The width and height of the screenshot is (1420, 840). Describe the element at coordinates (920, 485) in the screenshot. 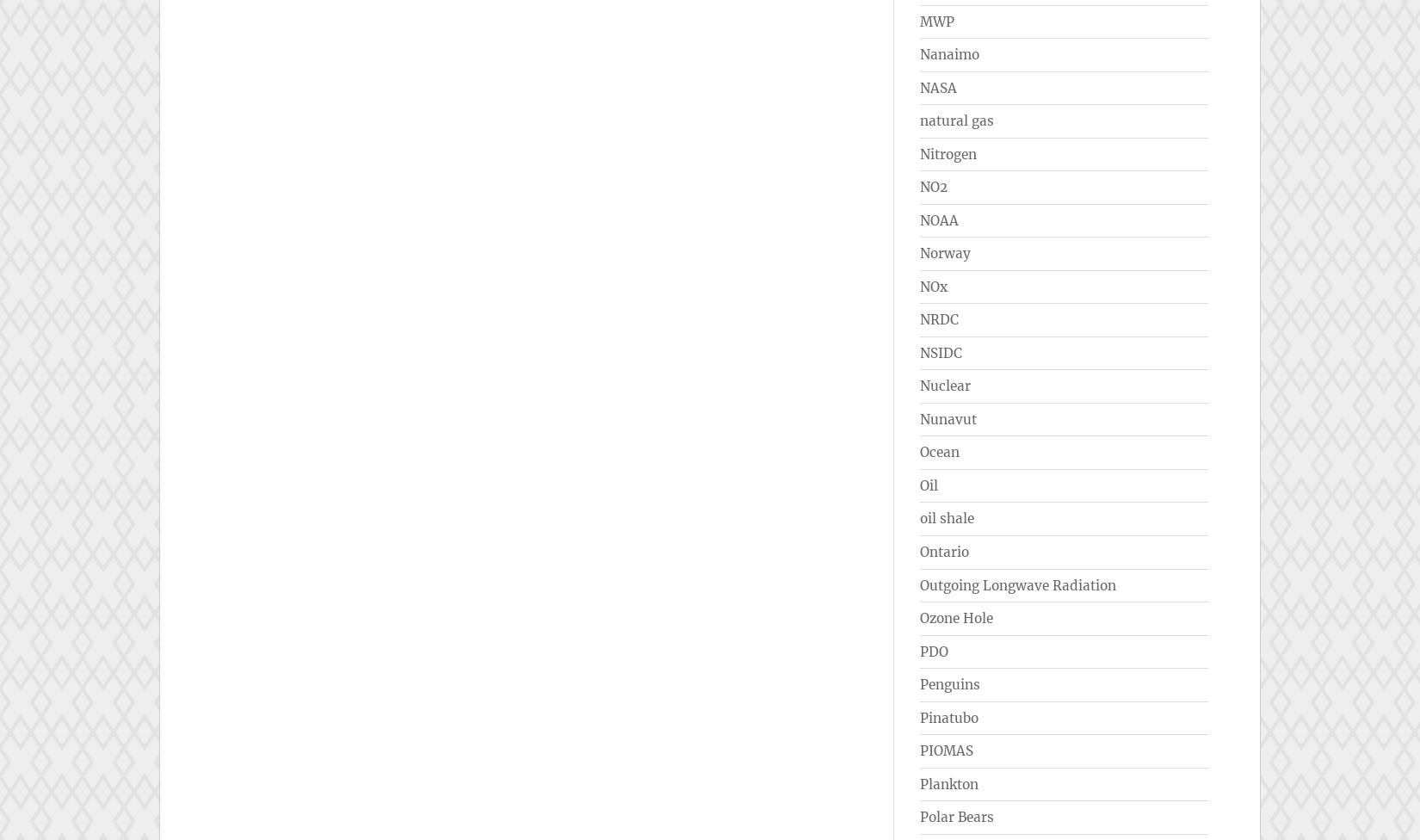

I see `'Oil'` at that location.